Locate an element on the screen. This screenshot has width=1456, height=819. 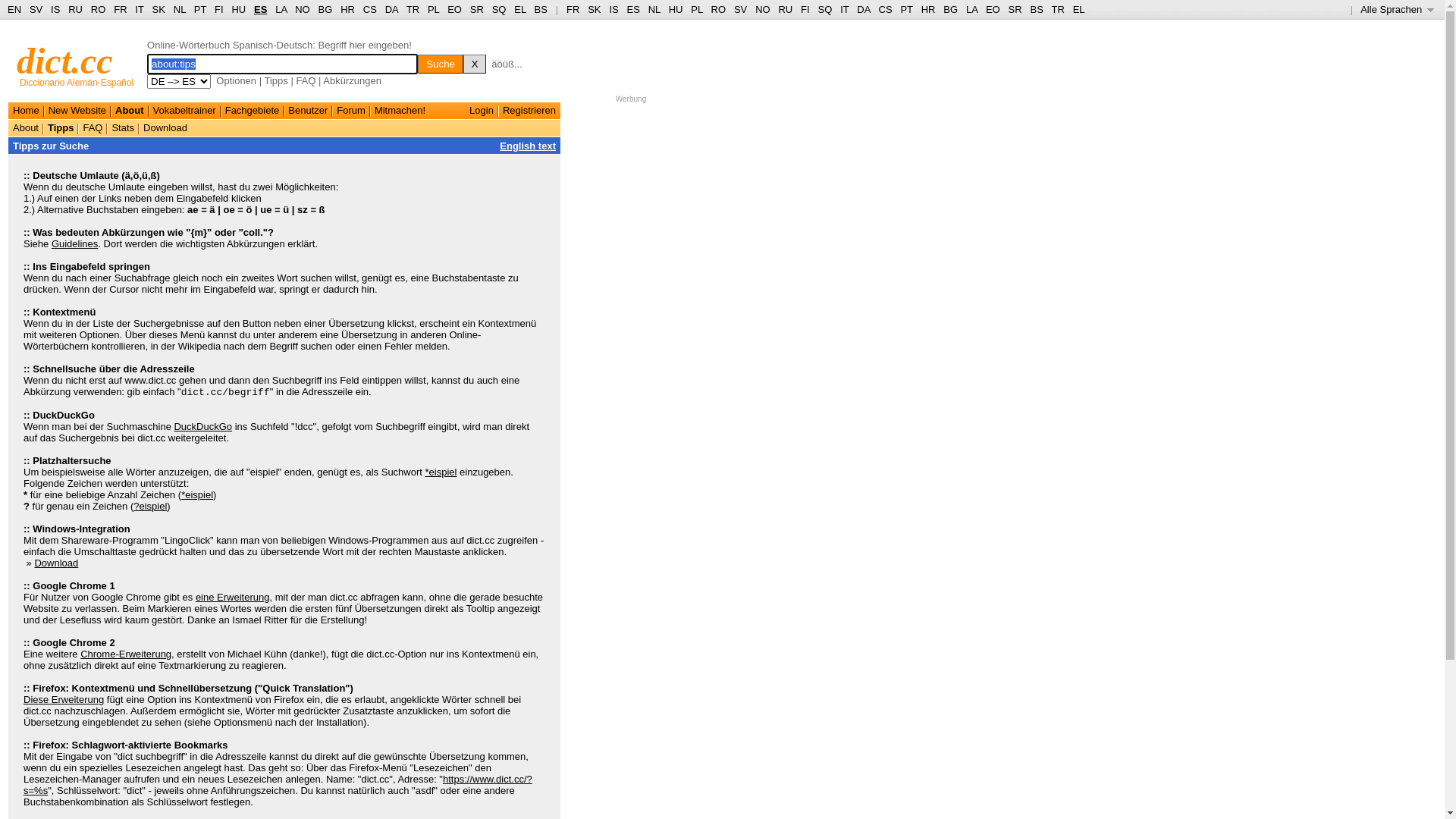
'DA' is located at coordinates (863, 9).